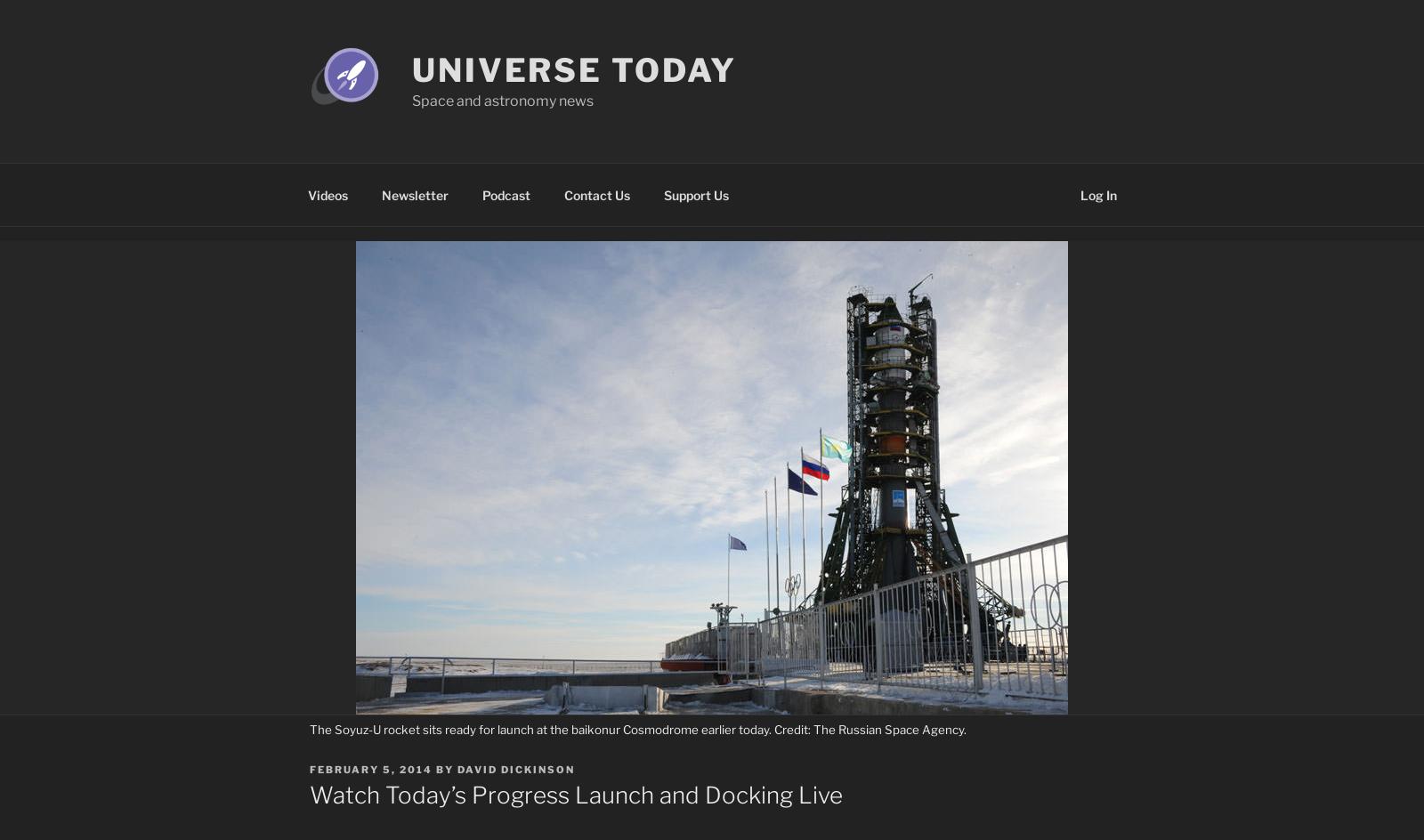 This screenshot has height=840, width=1424. I want to click on 'The Soyuz-U rocket sits ready for launch at the baikonur Cosmodrome earlier today. Credit: The Russian Space Agency.', so click(637, 728).